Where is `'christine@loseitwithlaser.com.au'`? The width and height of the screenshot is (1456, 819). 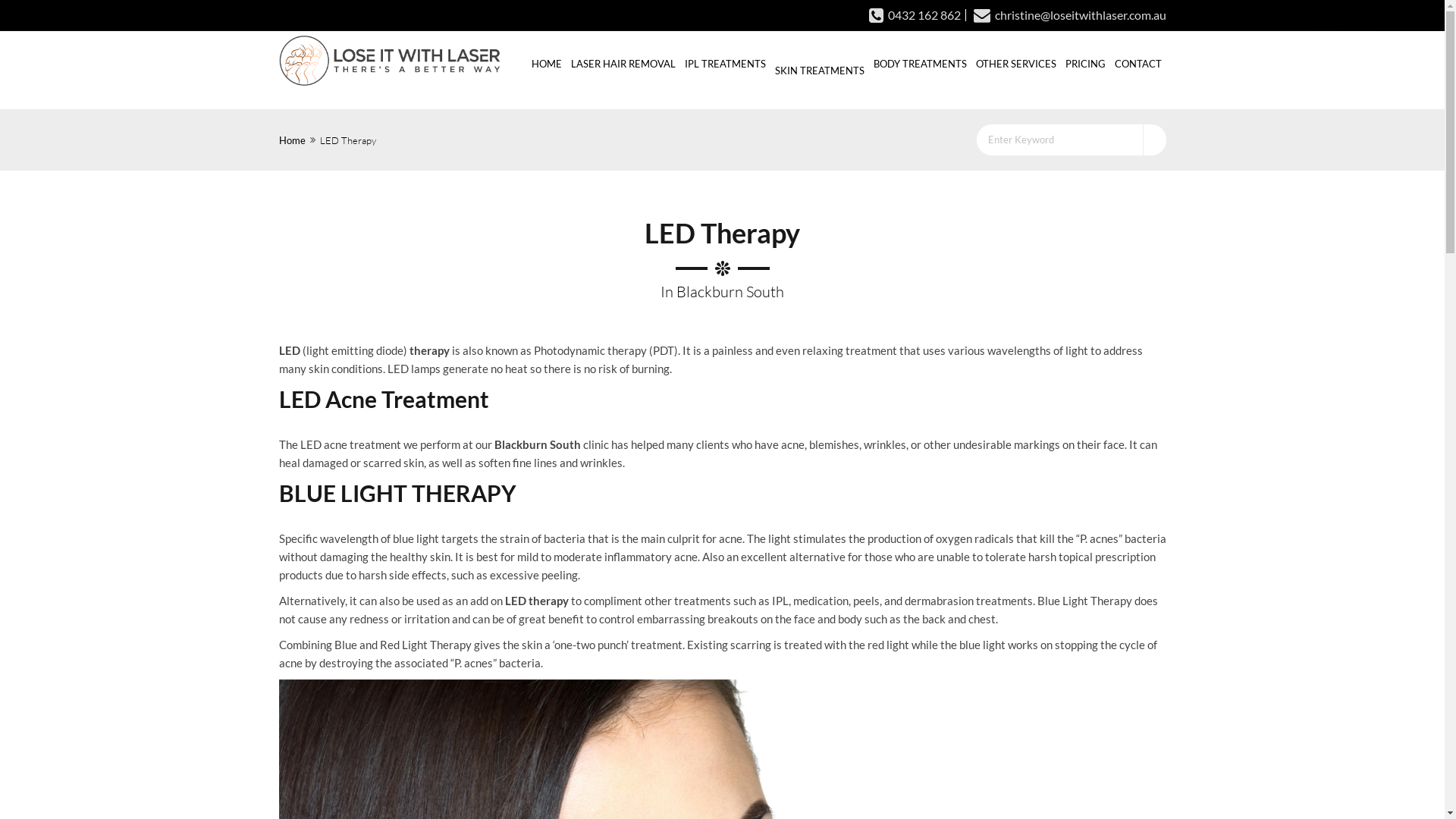 'christine@loseitwithlaser.com.au' is located at coordinates (1064, 14).